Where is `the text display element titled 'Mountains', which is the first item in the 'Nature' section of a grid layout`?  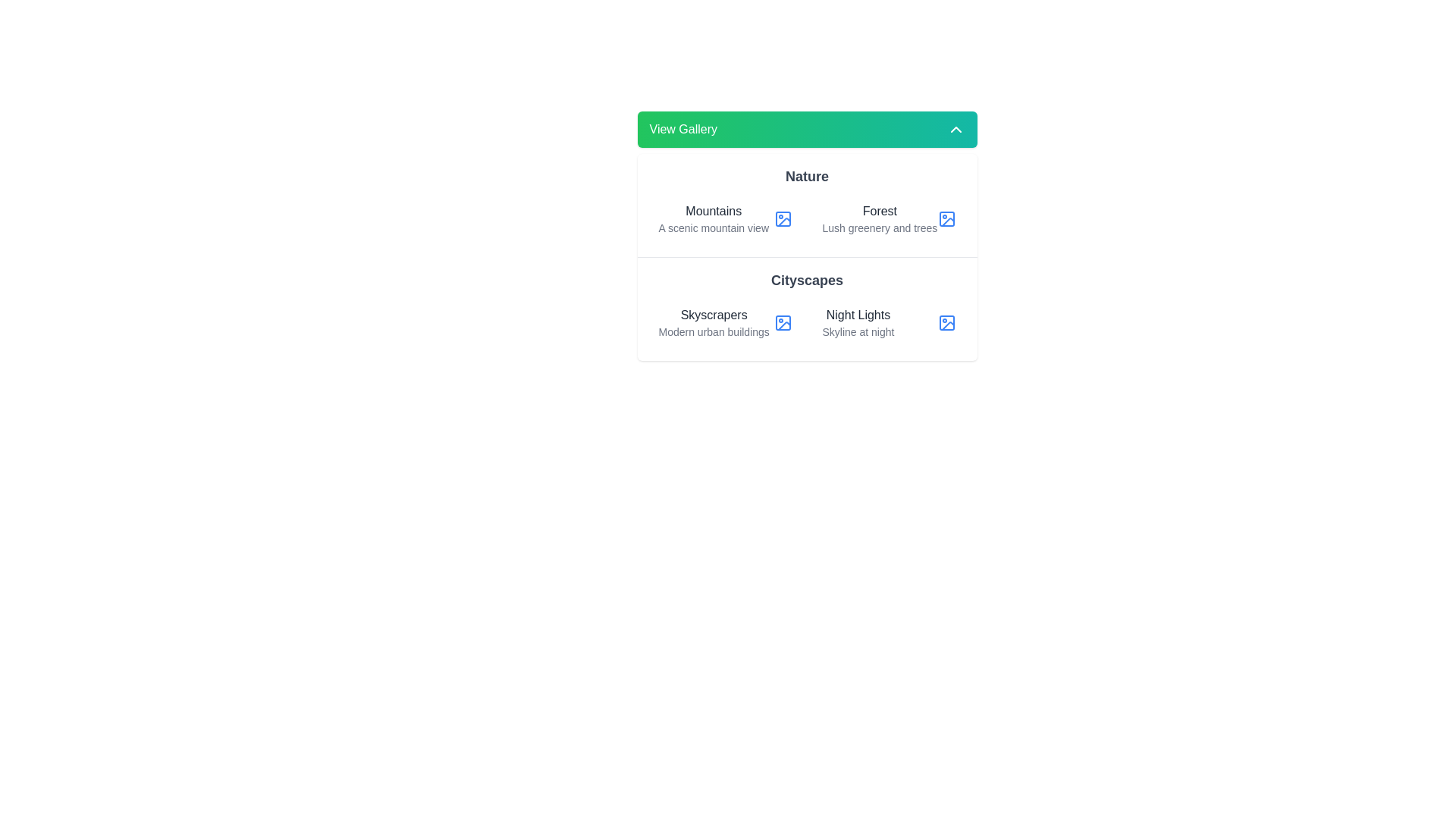
the text display element titled 'Mountains', which is the first item in the 'Nature' section of a grid layout is located at coordinates (713, 219).